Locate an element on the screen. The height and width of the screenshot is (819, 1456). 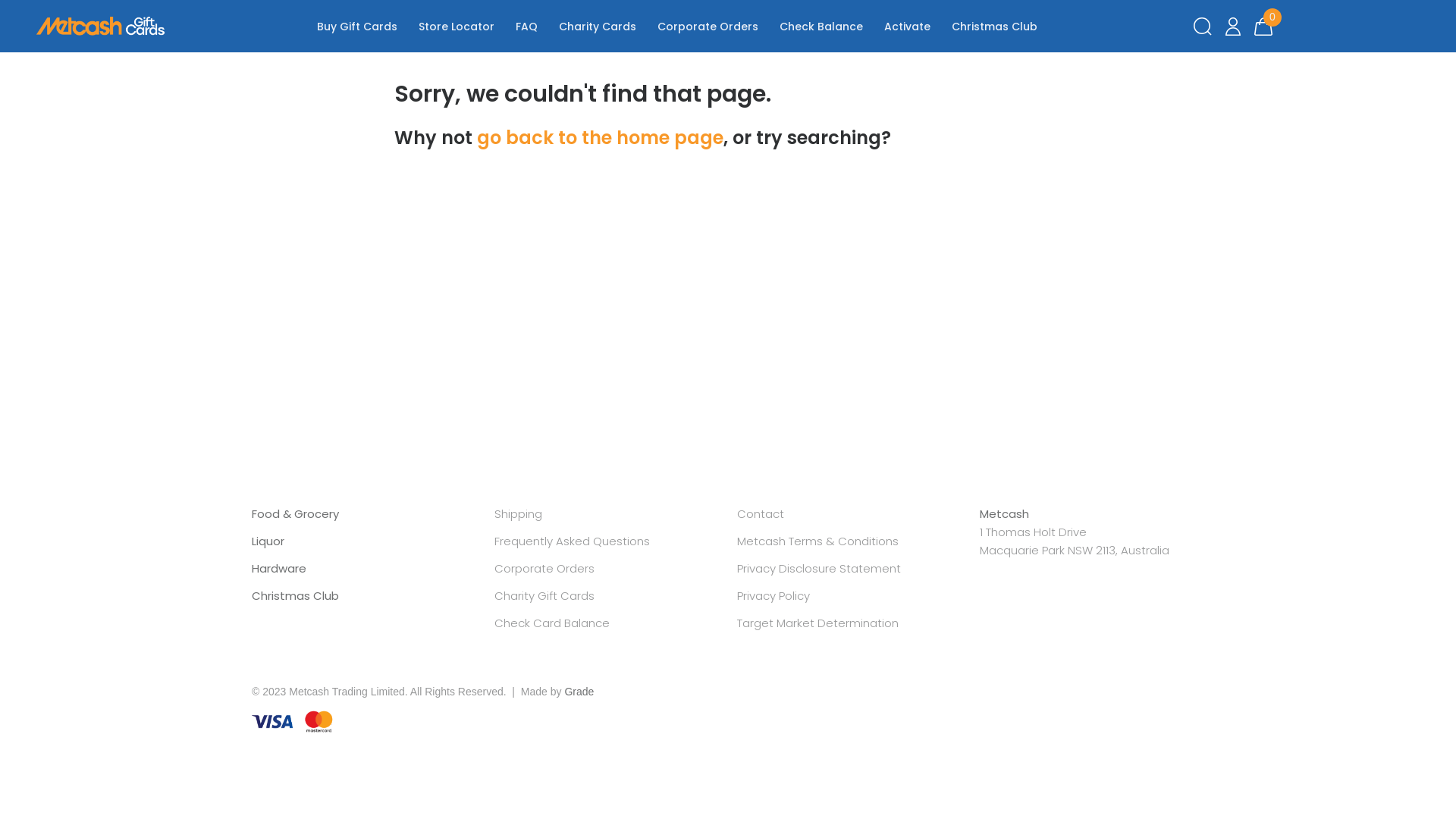
'Target Market Determination' is located at coordinates (736, 623).